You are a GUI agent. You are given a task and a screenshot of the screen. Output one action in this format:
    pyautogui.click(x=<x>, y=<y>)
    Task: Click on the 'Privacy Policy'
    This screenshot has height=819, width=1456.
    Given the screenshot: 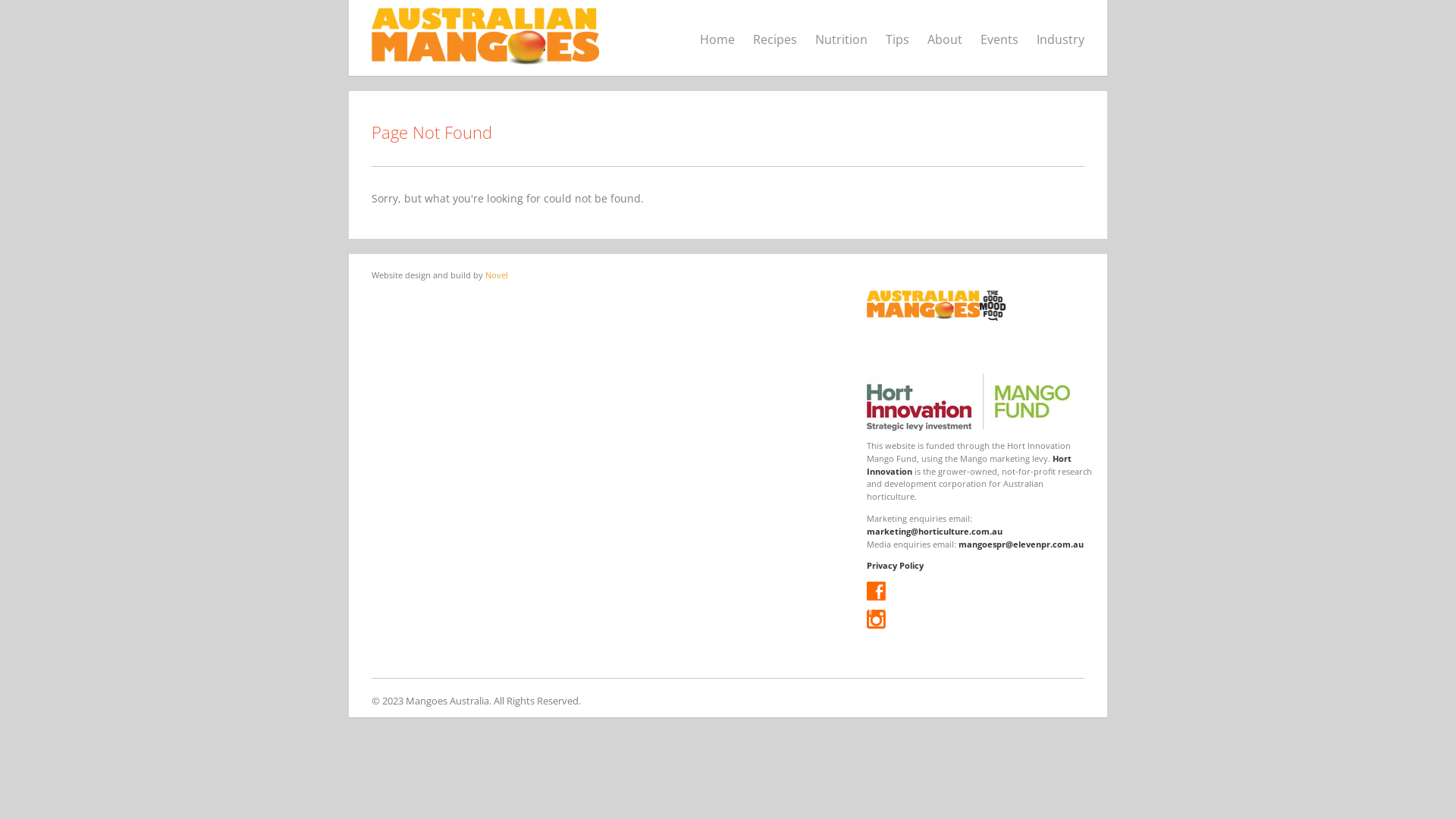 What is the action you would take?
    pyautogui.click(x=895, y=565)
    